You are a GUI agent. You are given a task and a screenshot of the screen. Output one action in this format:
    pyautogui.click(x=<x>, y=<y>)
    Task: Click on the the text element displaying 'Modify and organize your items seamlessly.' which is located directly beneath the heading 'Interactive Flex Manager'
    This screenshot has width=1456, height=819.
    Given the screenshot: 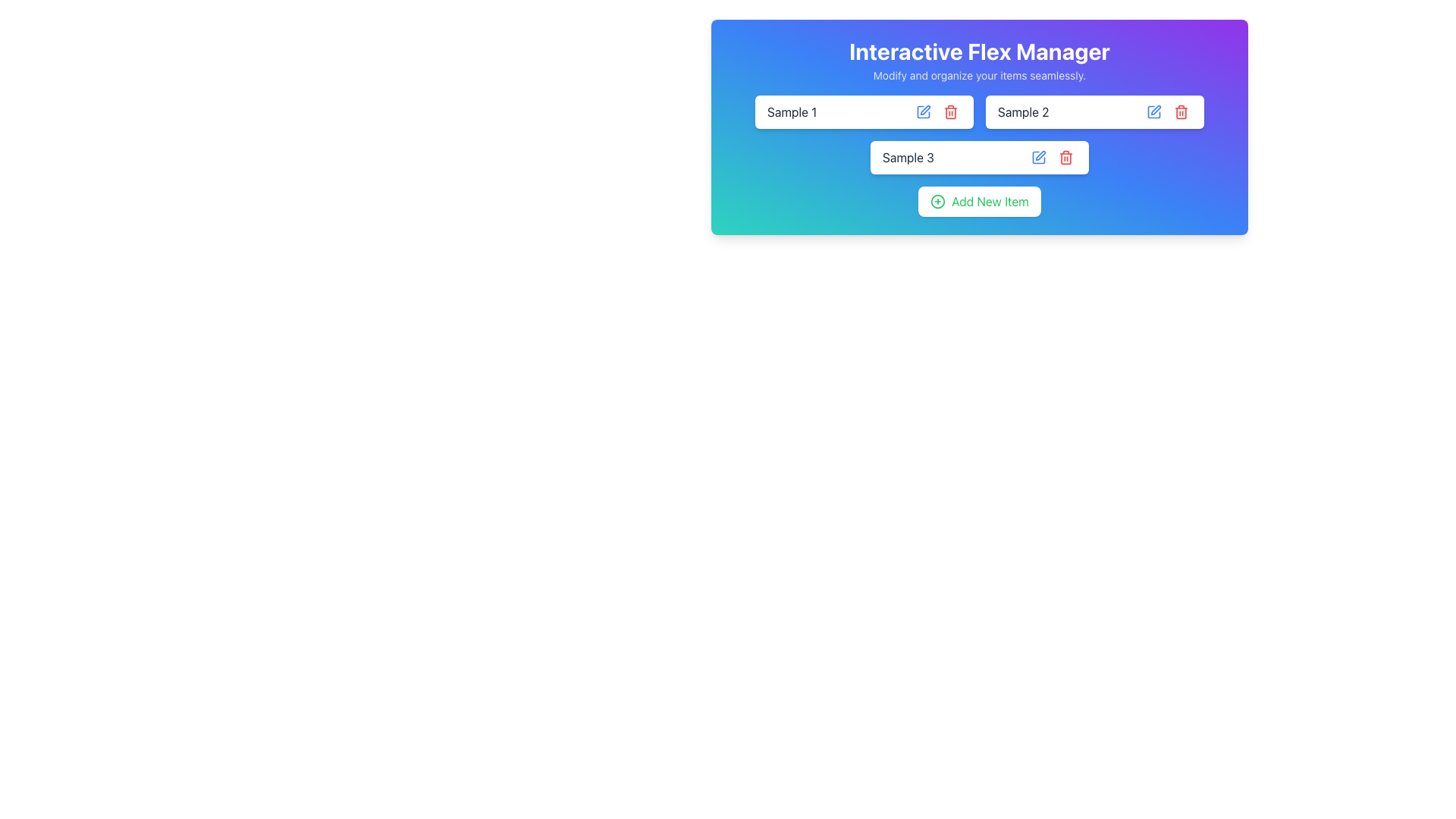 What is the action you would take?
    pyautogui.click(x=979, y=76)
    